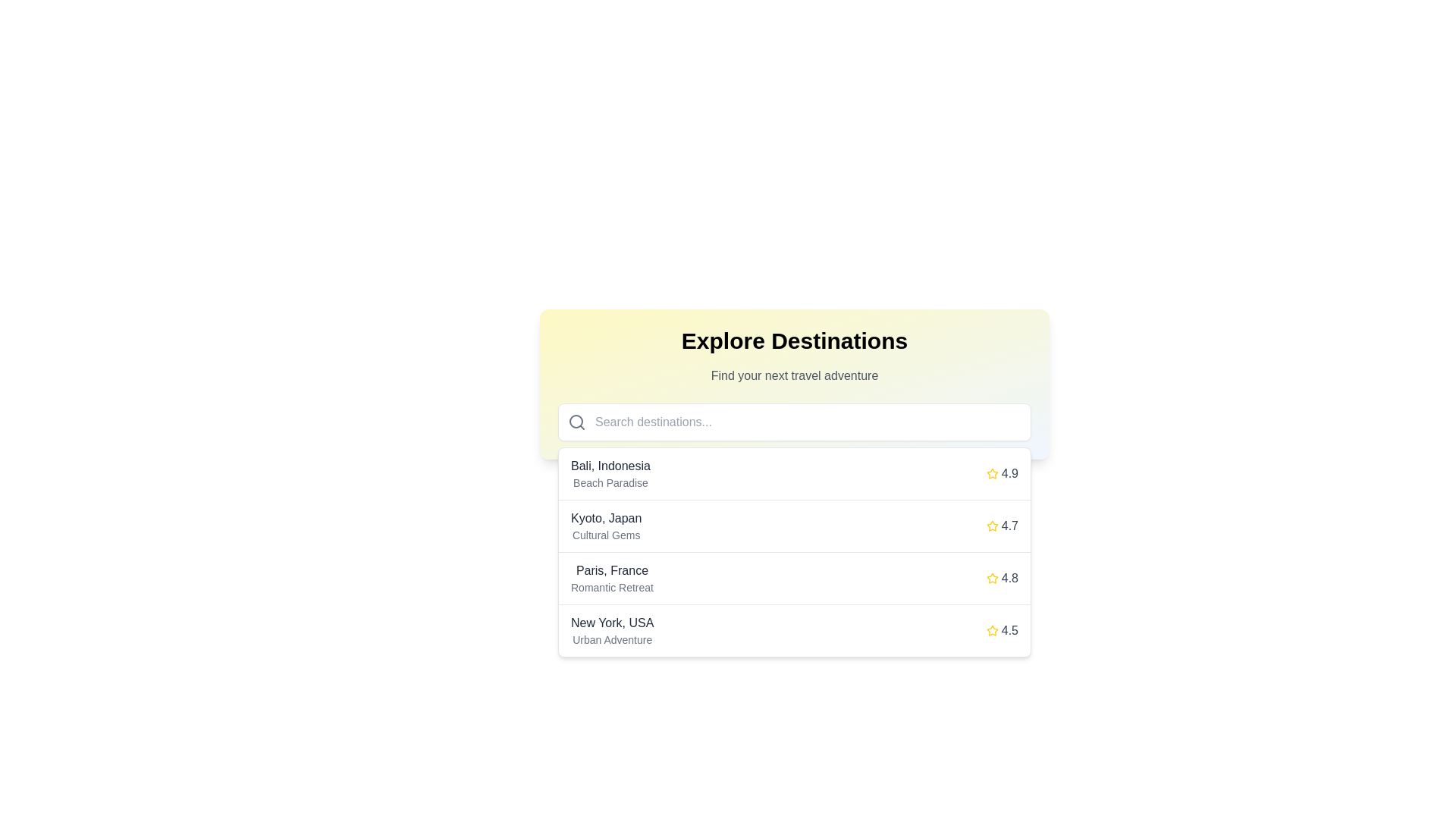  What do you see at coordinates (793, 579) in the screenshot?
I see `the third list item displaying information about a travel destination` at bounding box center [793, 579].